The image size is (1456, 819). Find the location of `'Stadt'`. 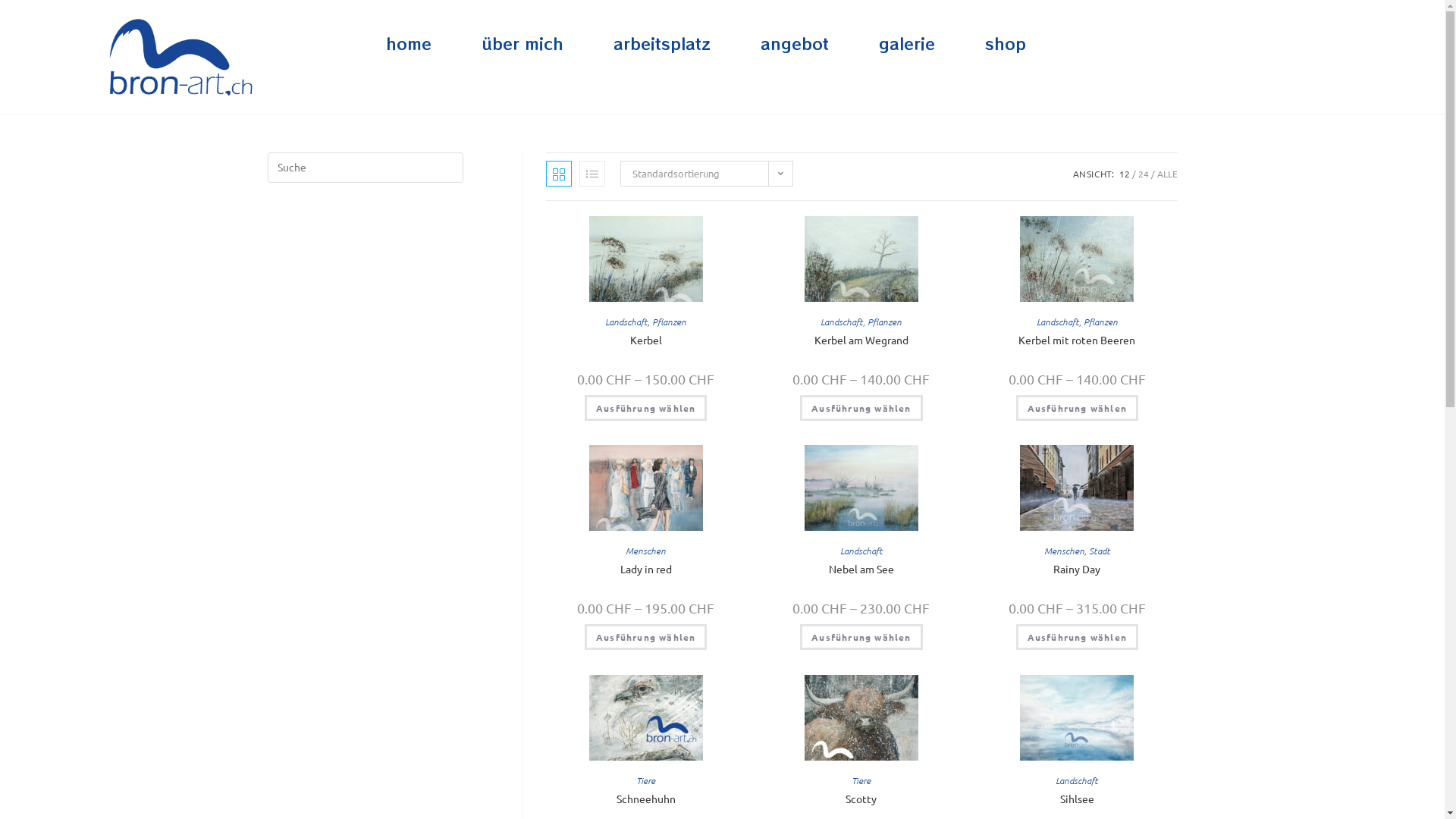

'Stadt' is located at coordinates (1099, 550).